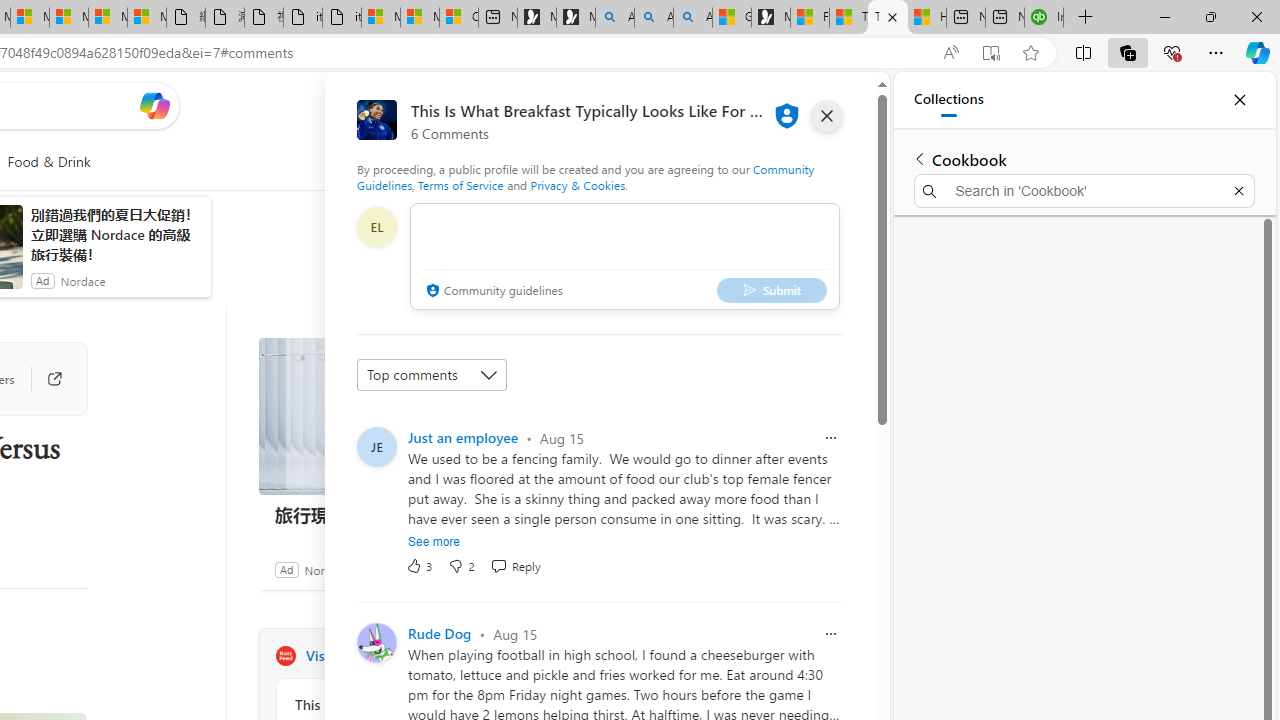 The width and height of the screenshot is (1280, 720). Describe the element at coordinates (770, 290) in the screenshot. I see `'Submit'` at that location.